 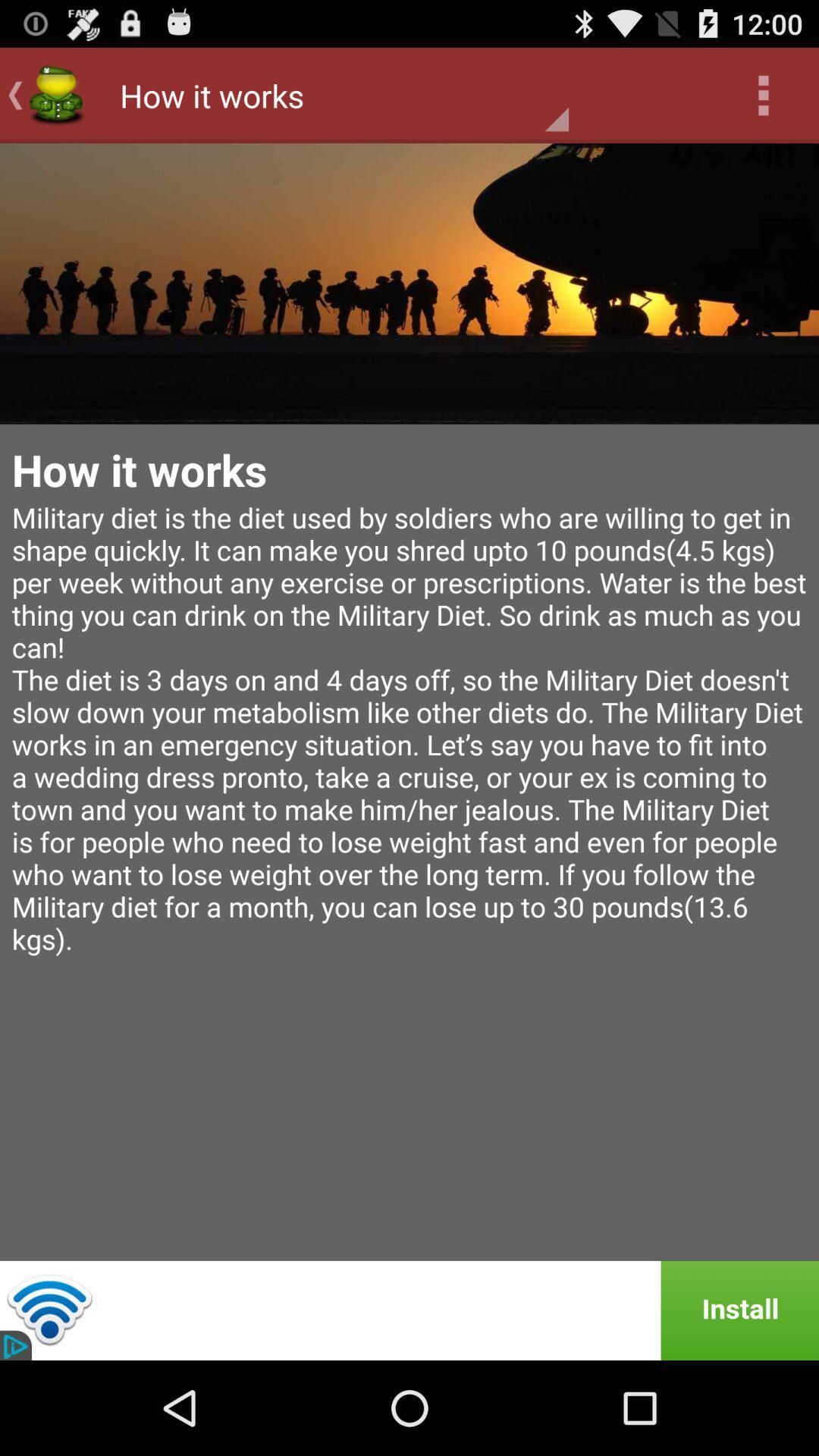 What do you see at coordinates (409, 1310) in the screenshot?
I see `open advertisement` at bounding box center [409, 1310].